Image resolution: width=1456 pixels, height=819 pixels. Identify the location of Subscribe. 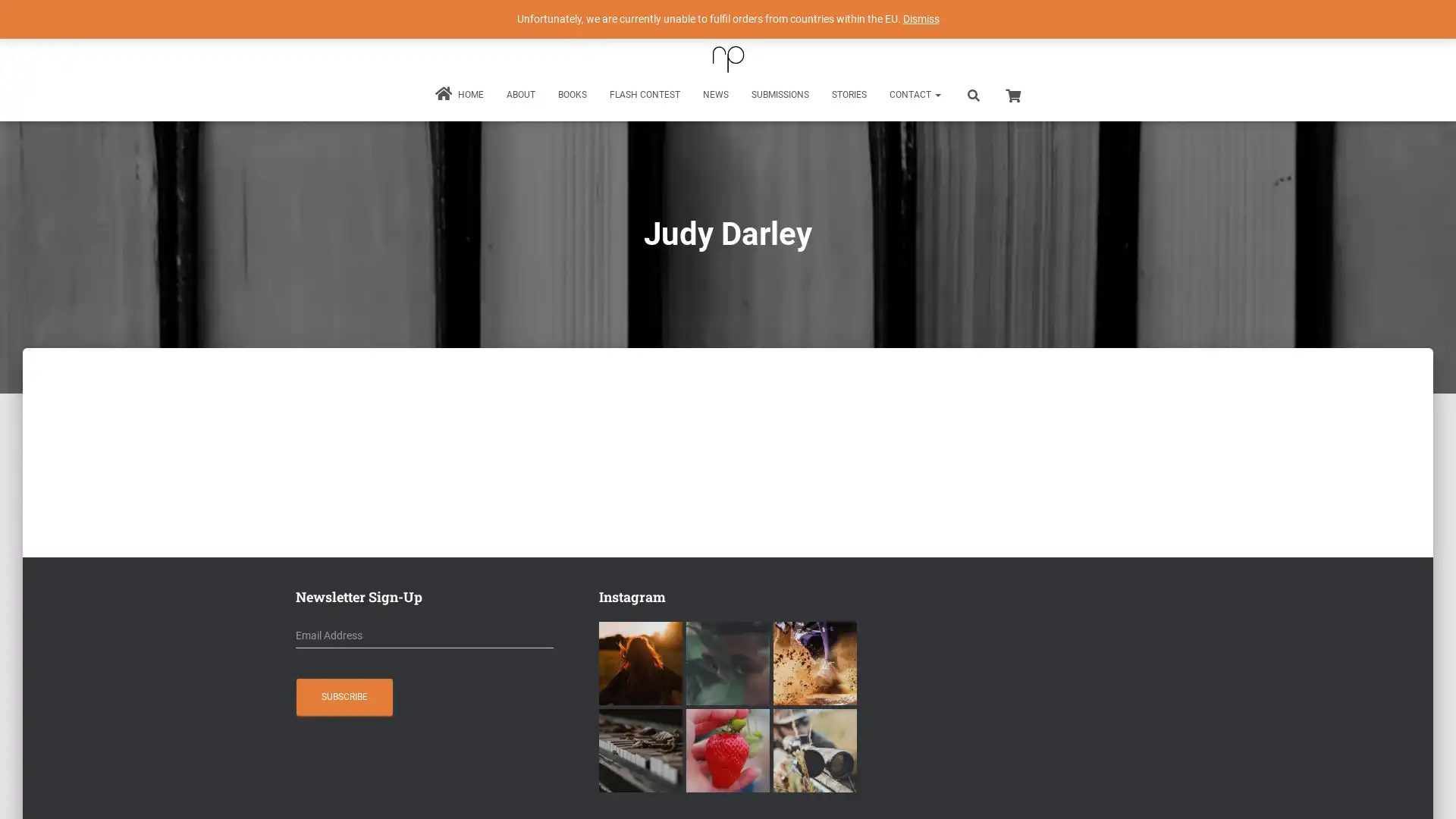
(344, 696).